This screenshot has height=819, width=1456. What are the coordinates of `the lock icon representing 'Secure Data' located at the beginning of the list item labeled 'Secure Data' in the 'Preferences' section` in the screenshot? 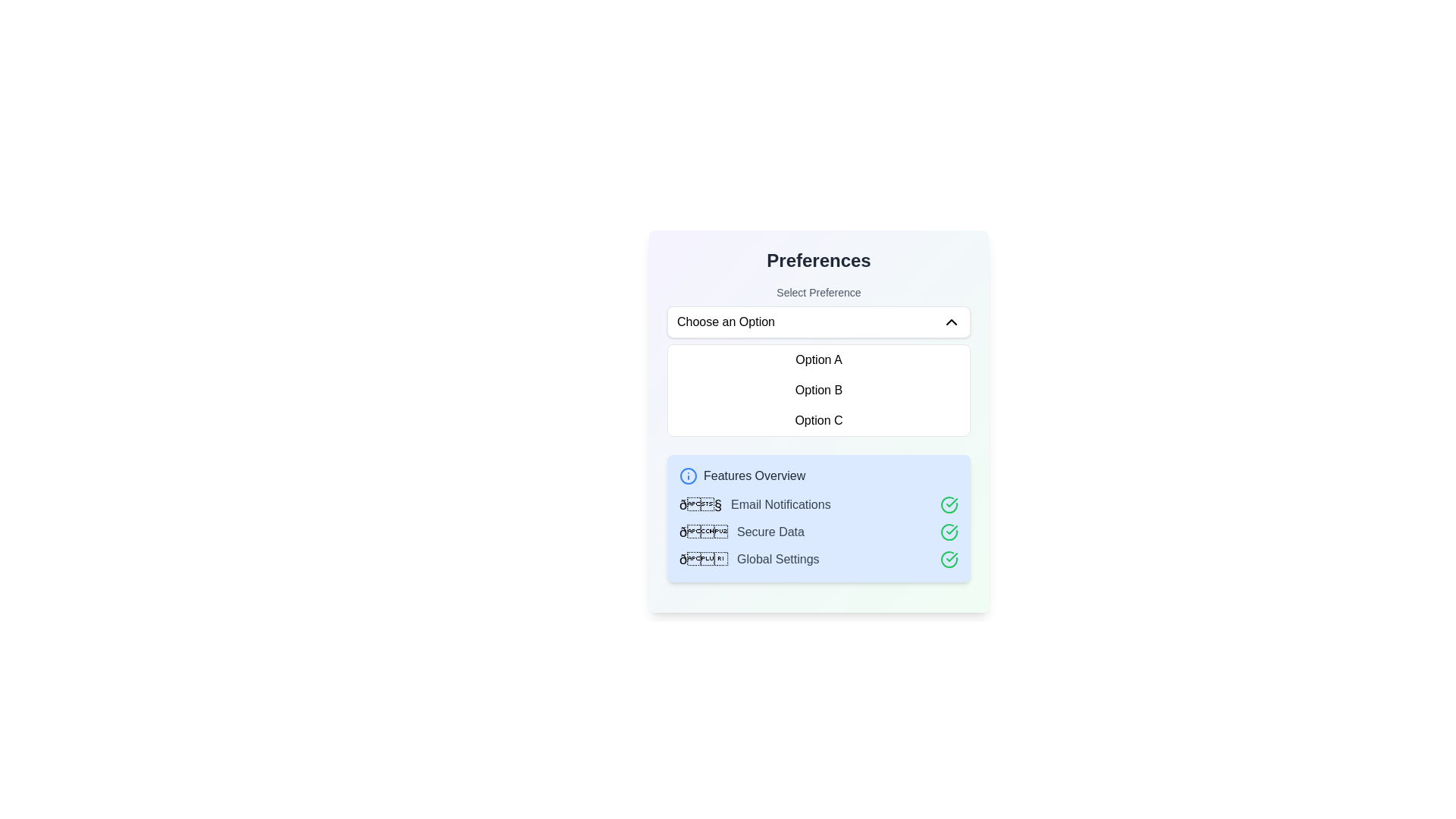 It's located at (702, 532).